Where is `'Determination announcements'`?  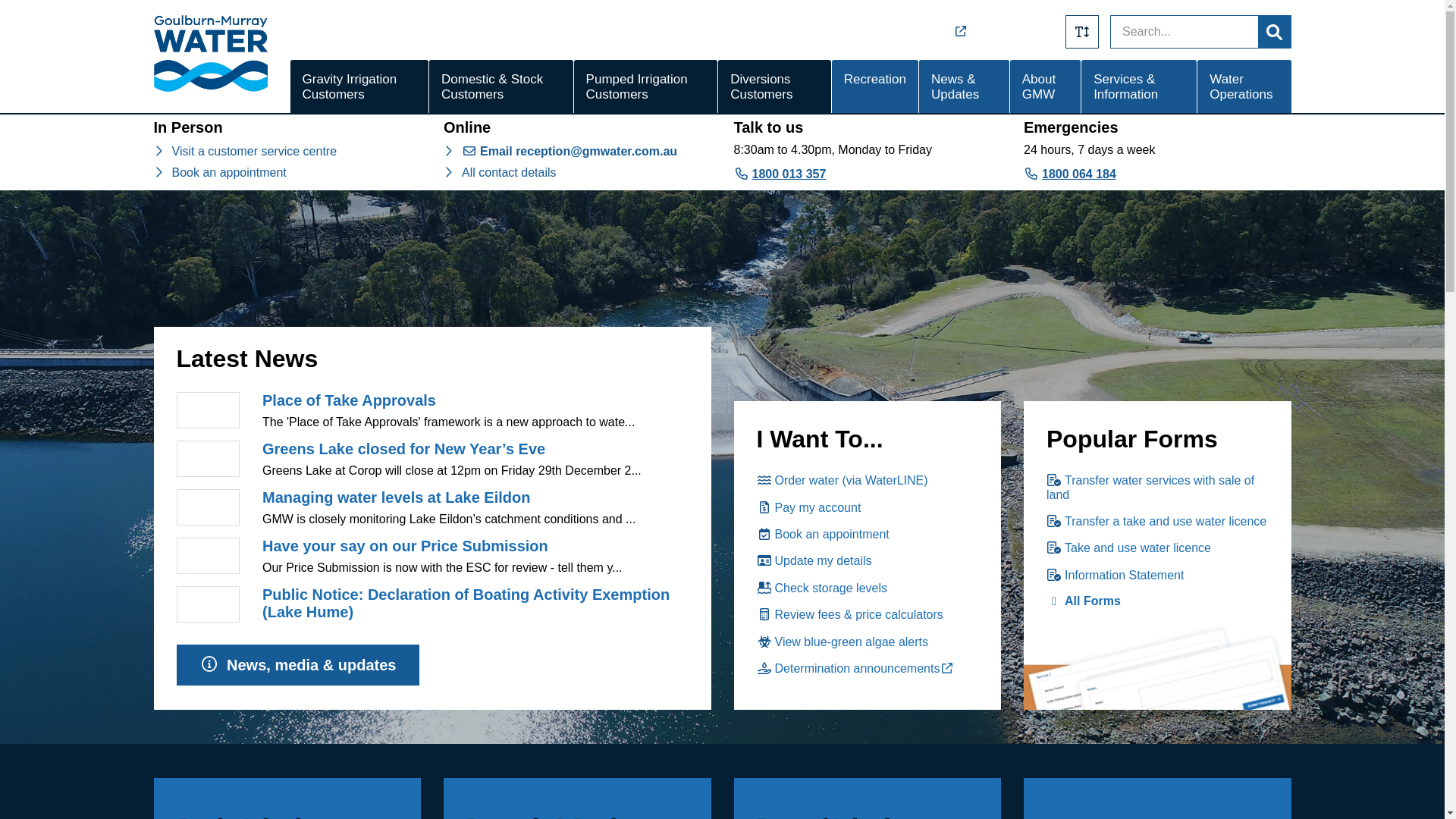
'Determination announcements' is located at coordinates (858, 667).